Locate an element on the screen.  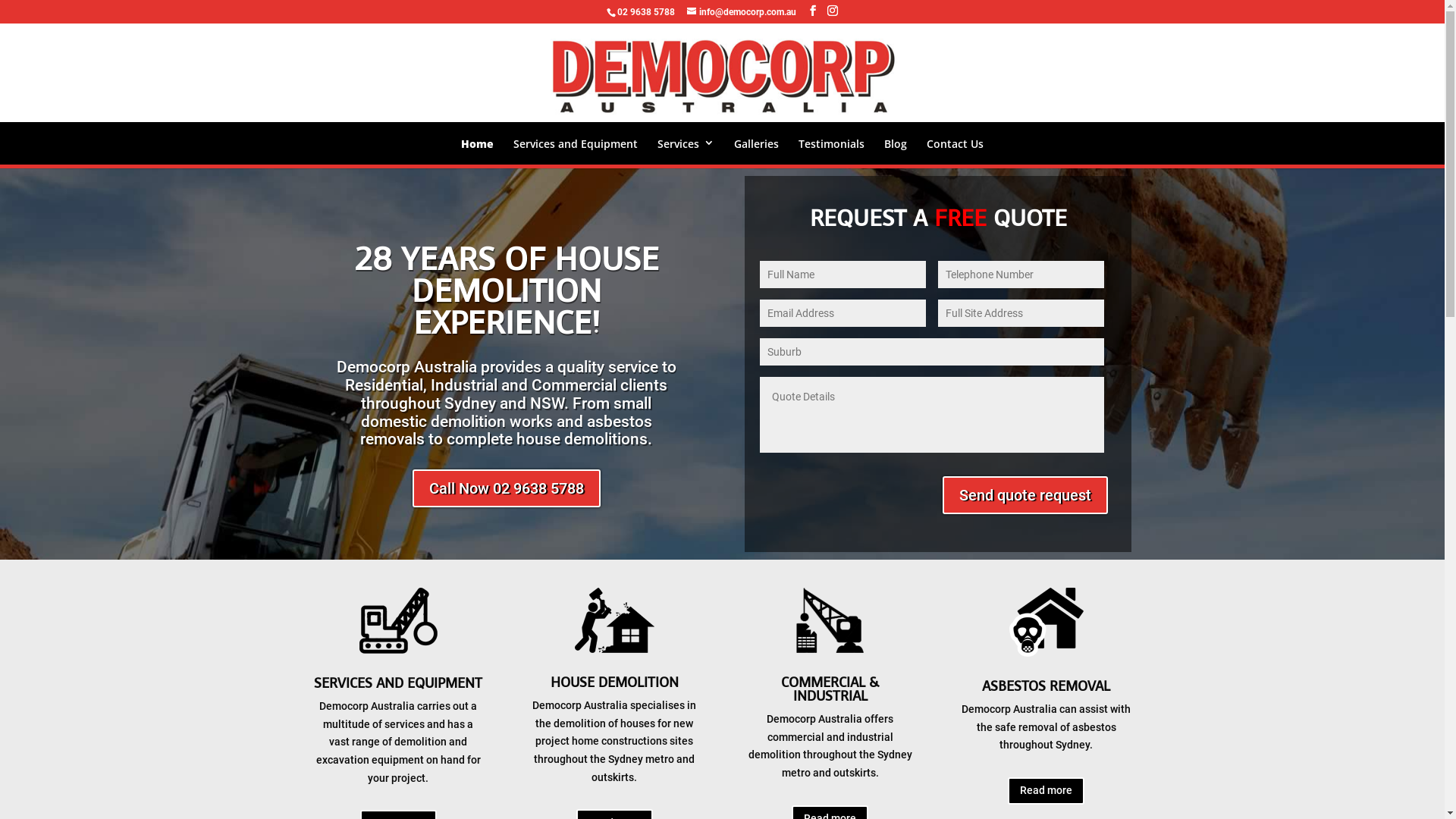
'Contact Us' is located at coordinates (926, 143).